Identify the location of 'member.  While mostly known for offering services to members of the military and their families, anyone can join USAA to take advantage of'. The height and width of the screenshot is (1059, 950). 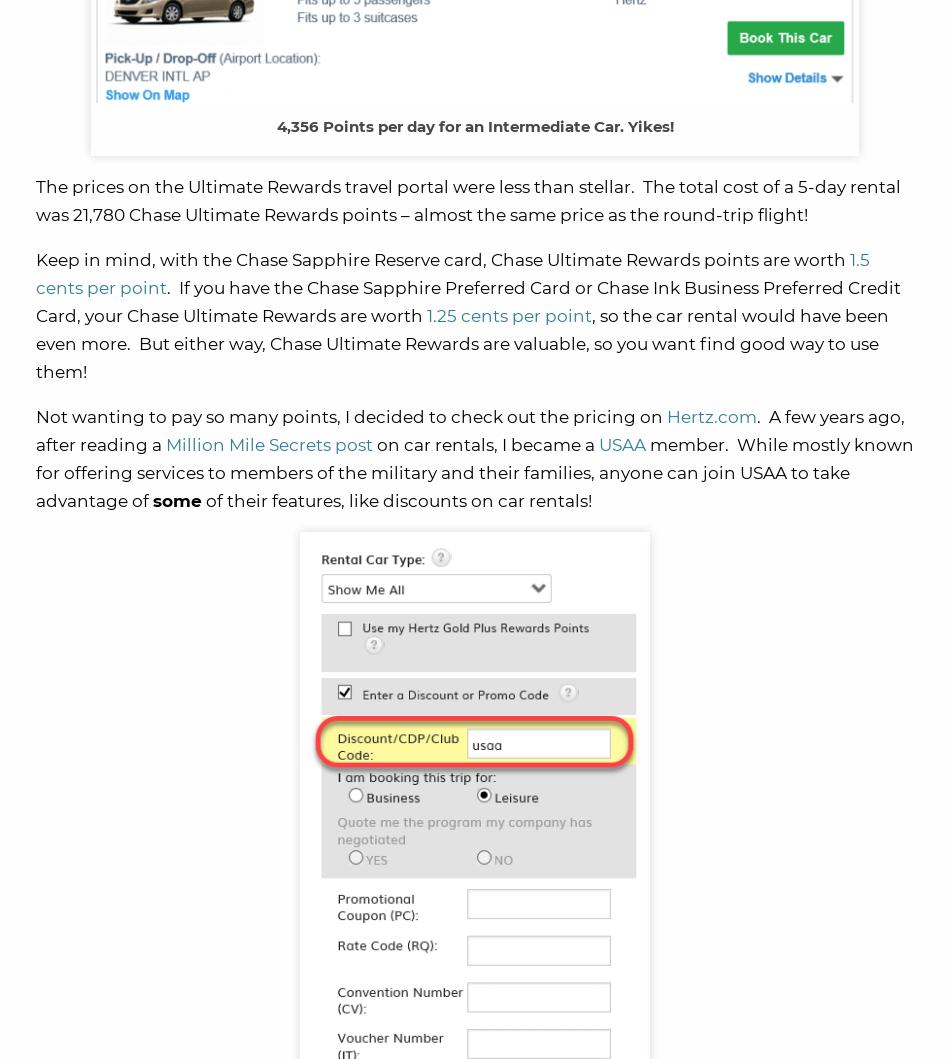
(475, 472).